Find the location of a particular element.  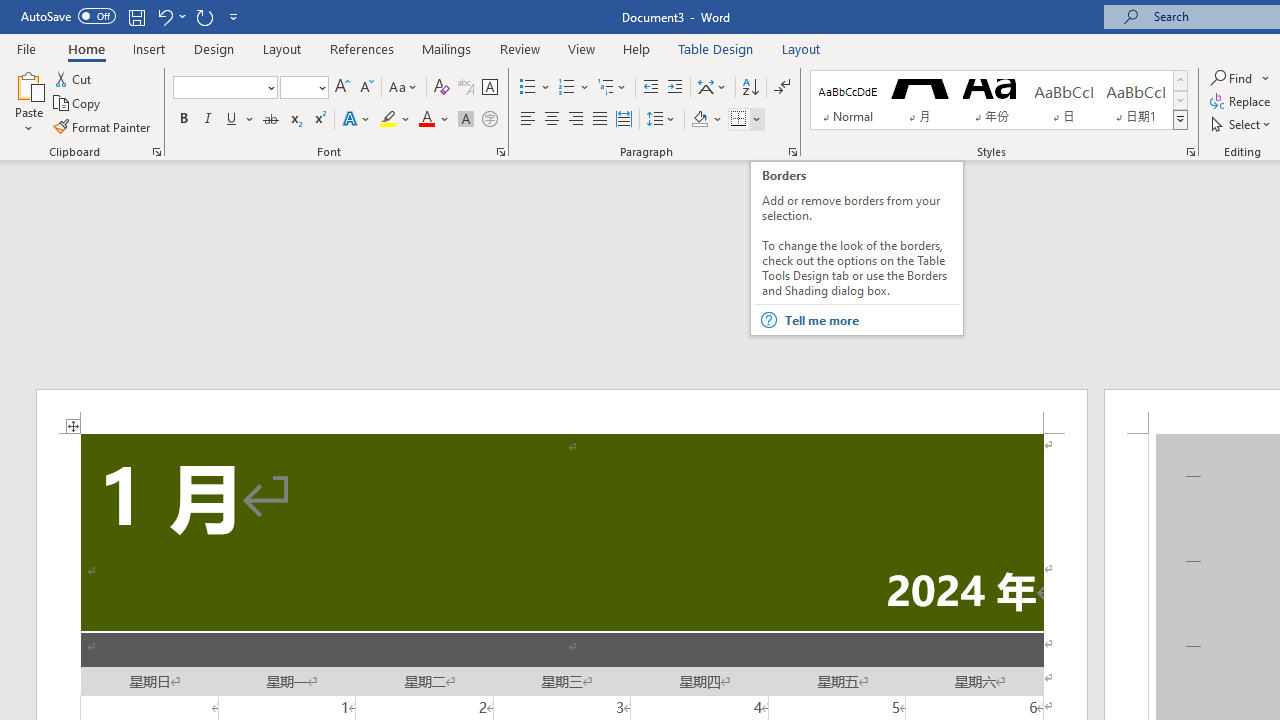

'Text Effects and Typography' is located at coordinates (357, 119).